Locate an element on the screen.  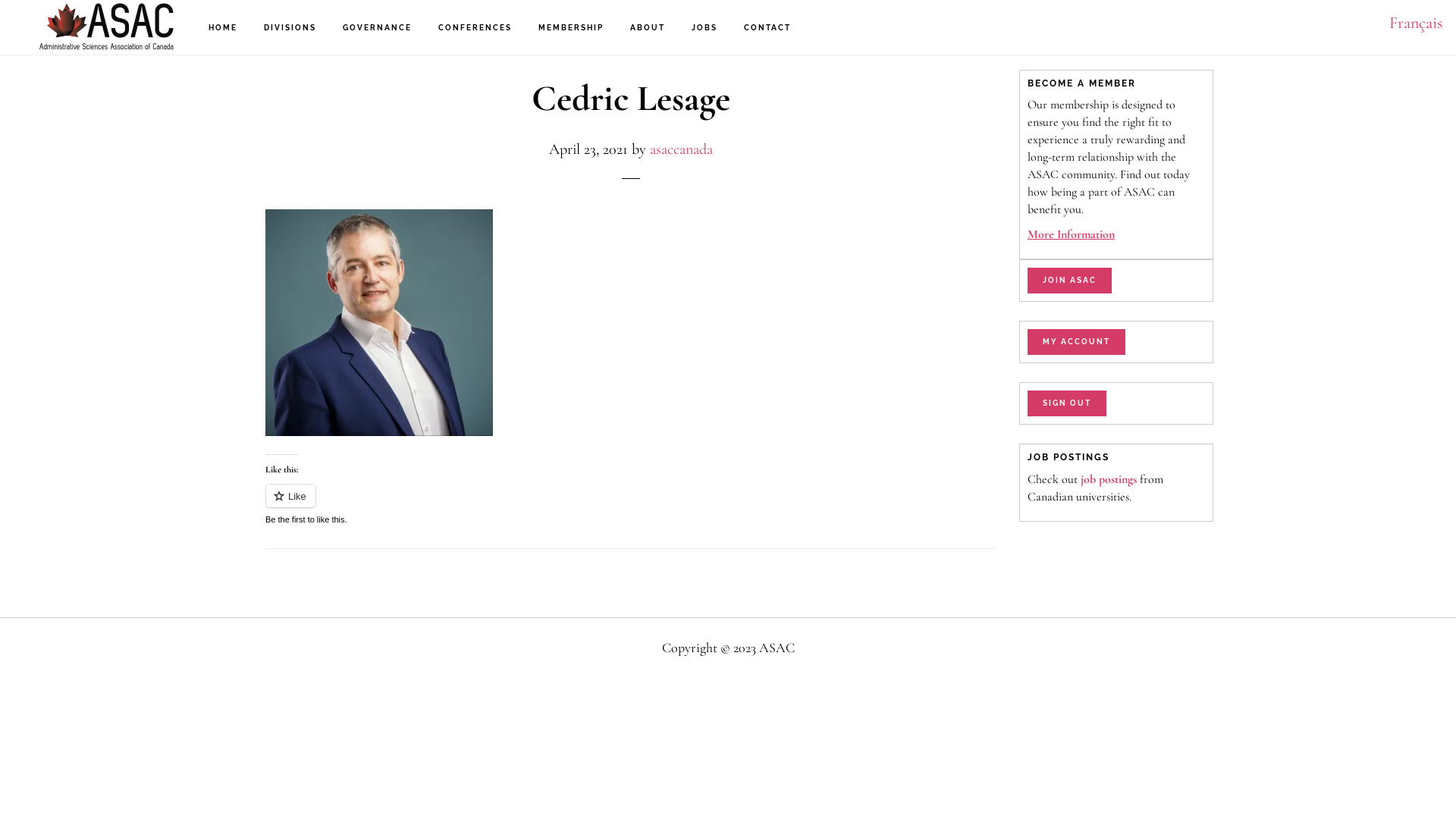
'CONTACT' is located at coordinates (767, 28).